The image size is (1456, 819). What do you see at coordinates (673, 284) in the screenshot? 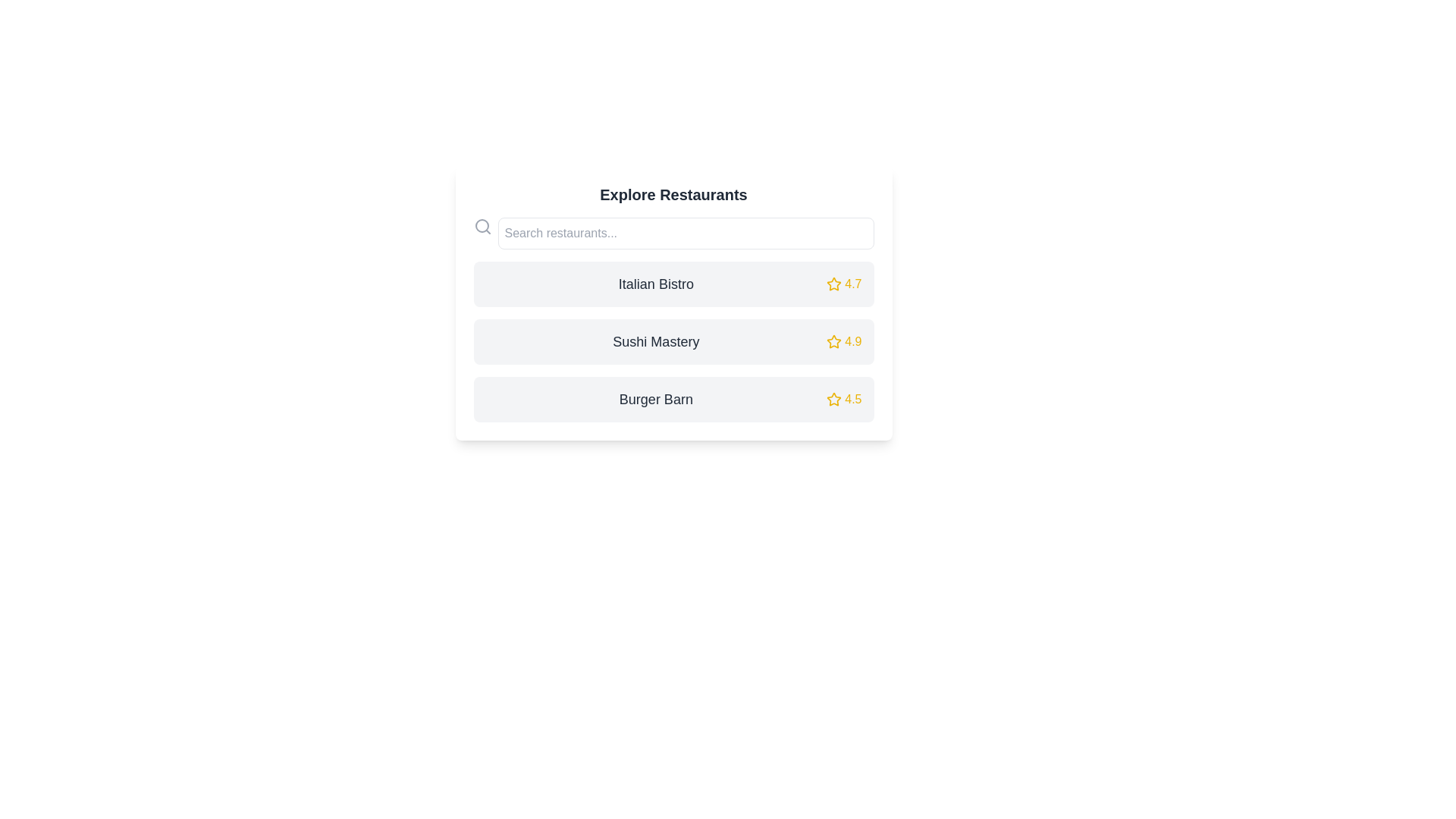
I see `the non-interactive button-like list item displaying 'Italian Bistro' with a rating of '4.7' and a star icon, located below the search bar` at bounding box center [673, 284].